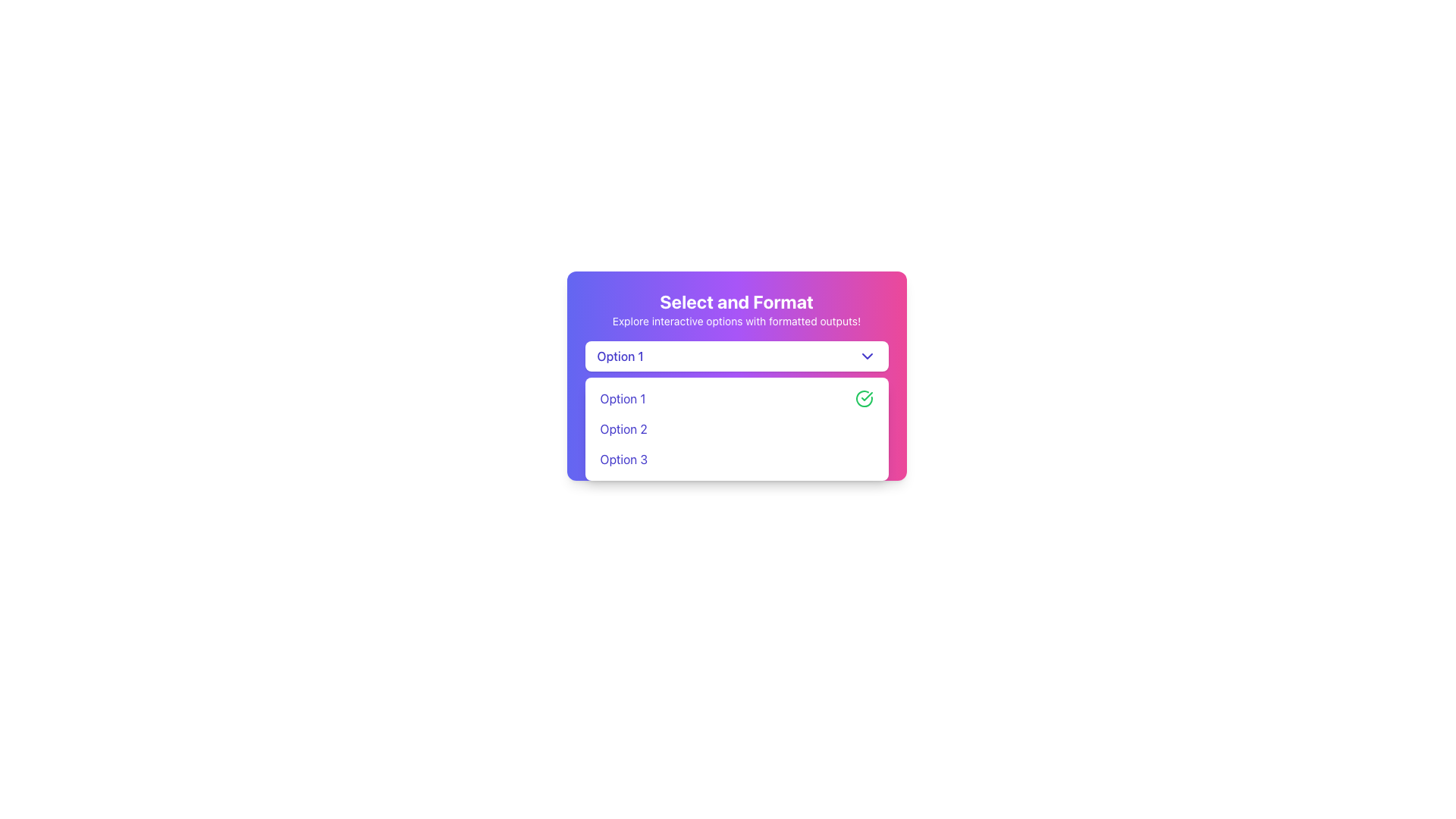 This screenshot has height=819, width=1456. What do you see at coordinates (736, 429) in the screenshot?
I see `to select the second option labeled 'Option 2' in the dropdown menu` at bounding box center [736, 429].